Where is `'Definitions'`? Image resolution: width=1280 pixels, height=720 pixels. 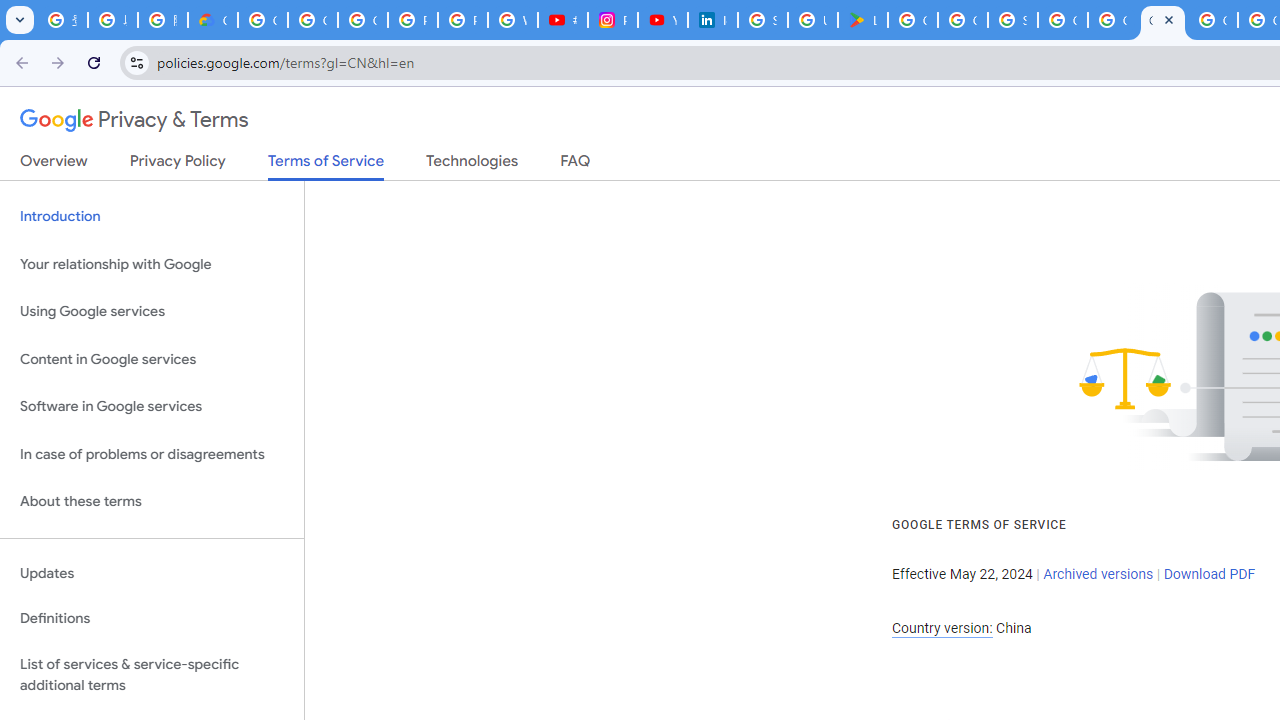
'Definitions' is located at coordinates (151, 618).